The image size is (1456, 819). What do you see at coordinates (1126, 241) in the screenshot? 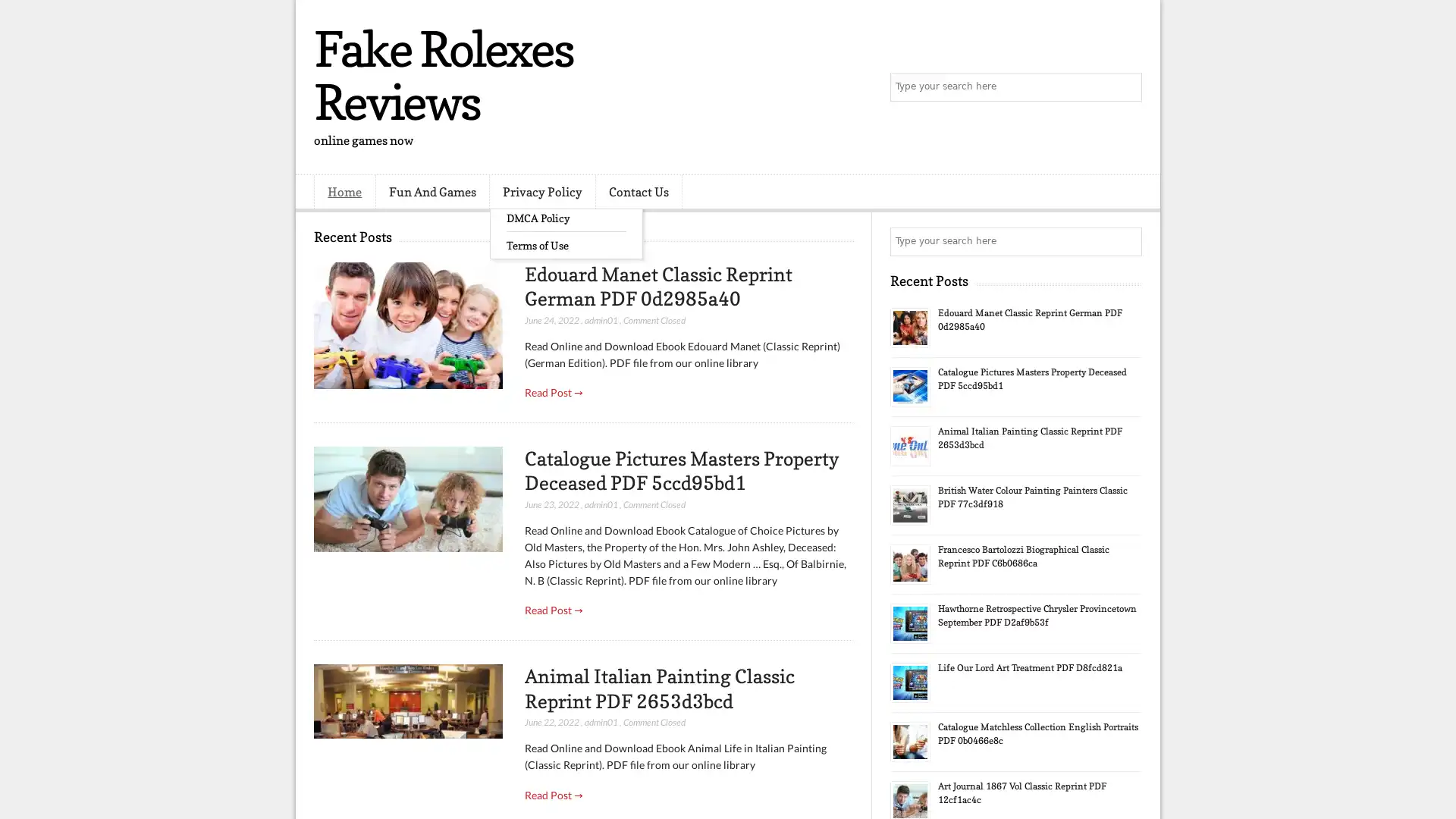
I see `Search` at bounding box center [1126, 241].